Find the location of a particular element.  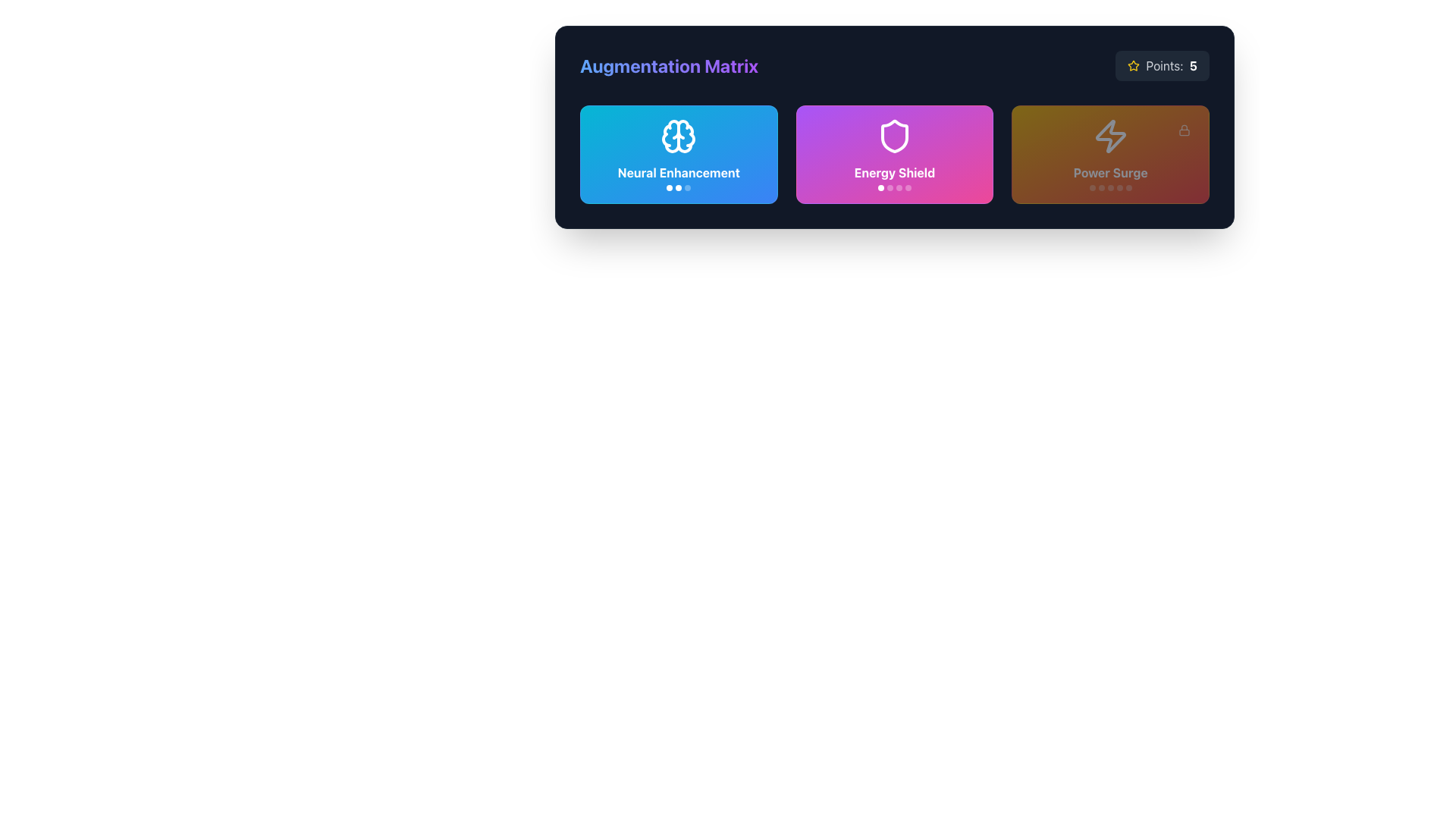

the decorative icon indicating 'points' or a reward mechanism, located to the left of the text 'Points: 5' in the top-right corner of the UI is located at coordinates (1134, 65).